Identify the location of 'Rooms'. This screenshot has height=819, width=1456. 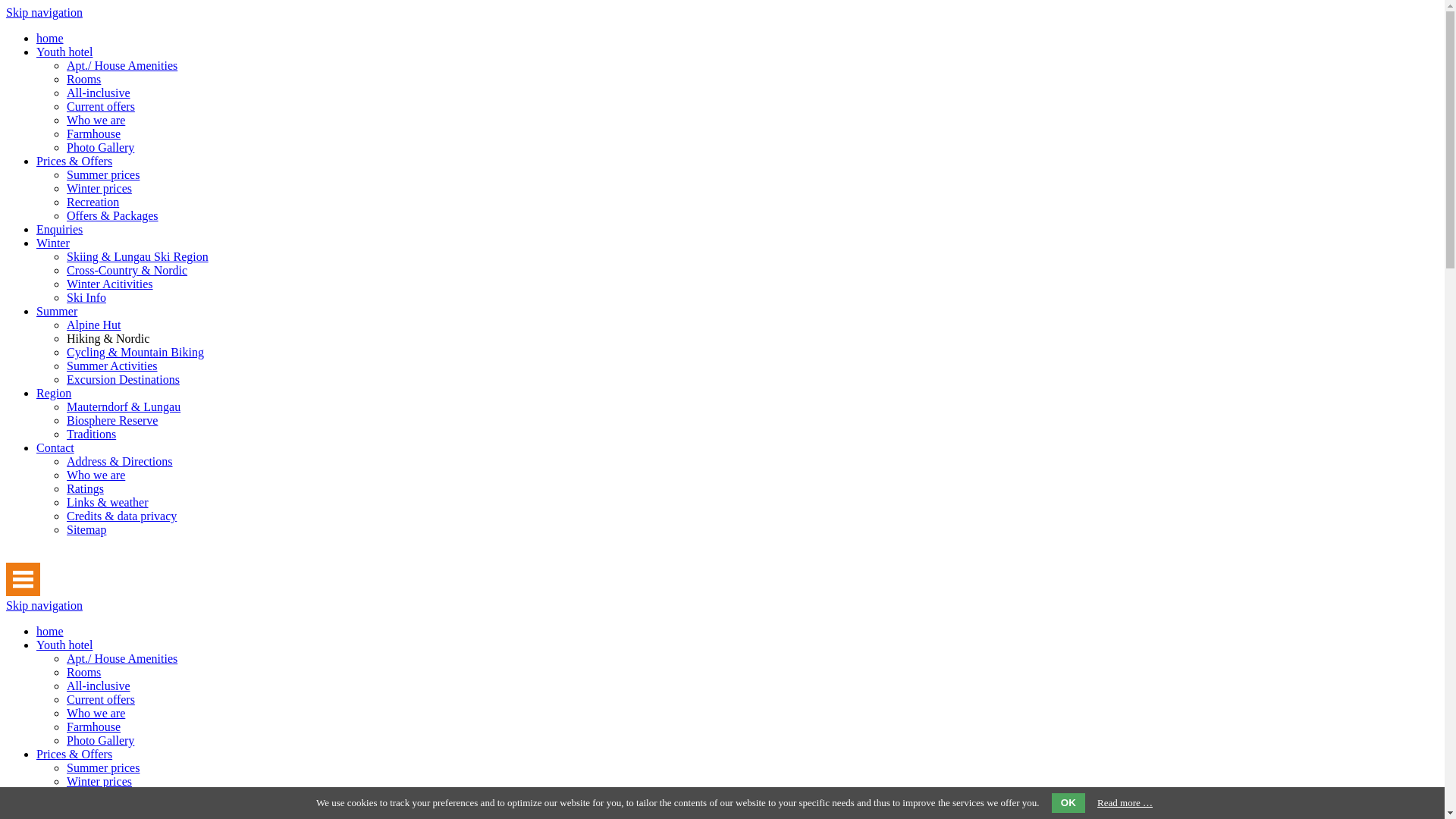
(83, 671).